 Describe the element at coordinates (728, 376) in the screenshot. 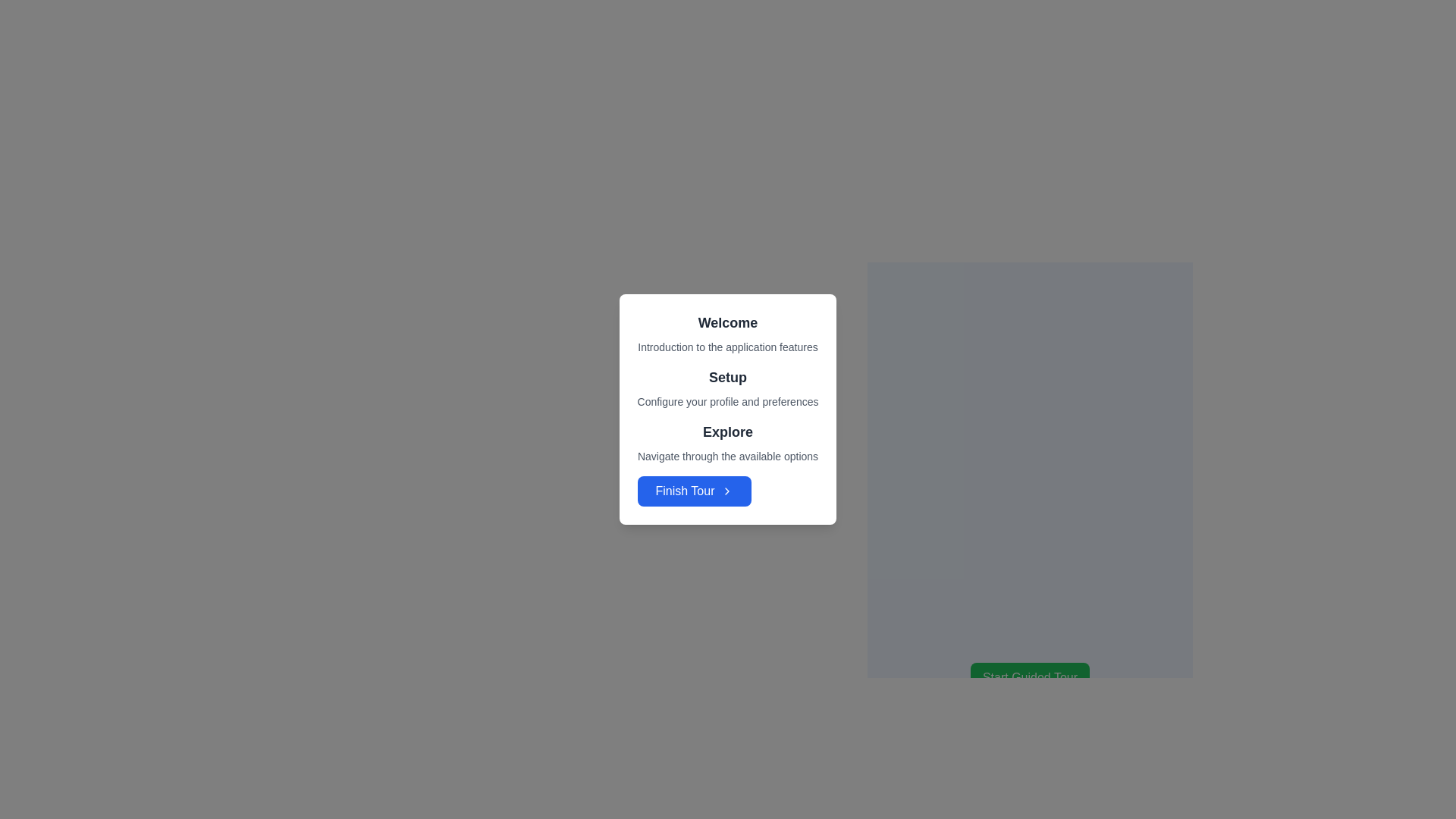

I see `the Text Header element displaying the word 'Setup' in bold and large font, which is located in the middle of a card-like interface` at that location.